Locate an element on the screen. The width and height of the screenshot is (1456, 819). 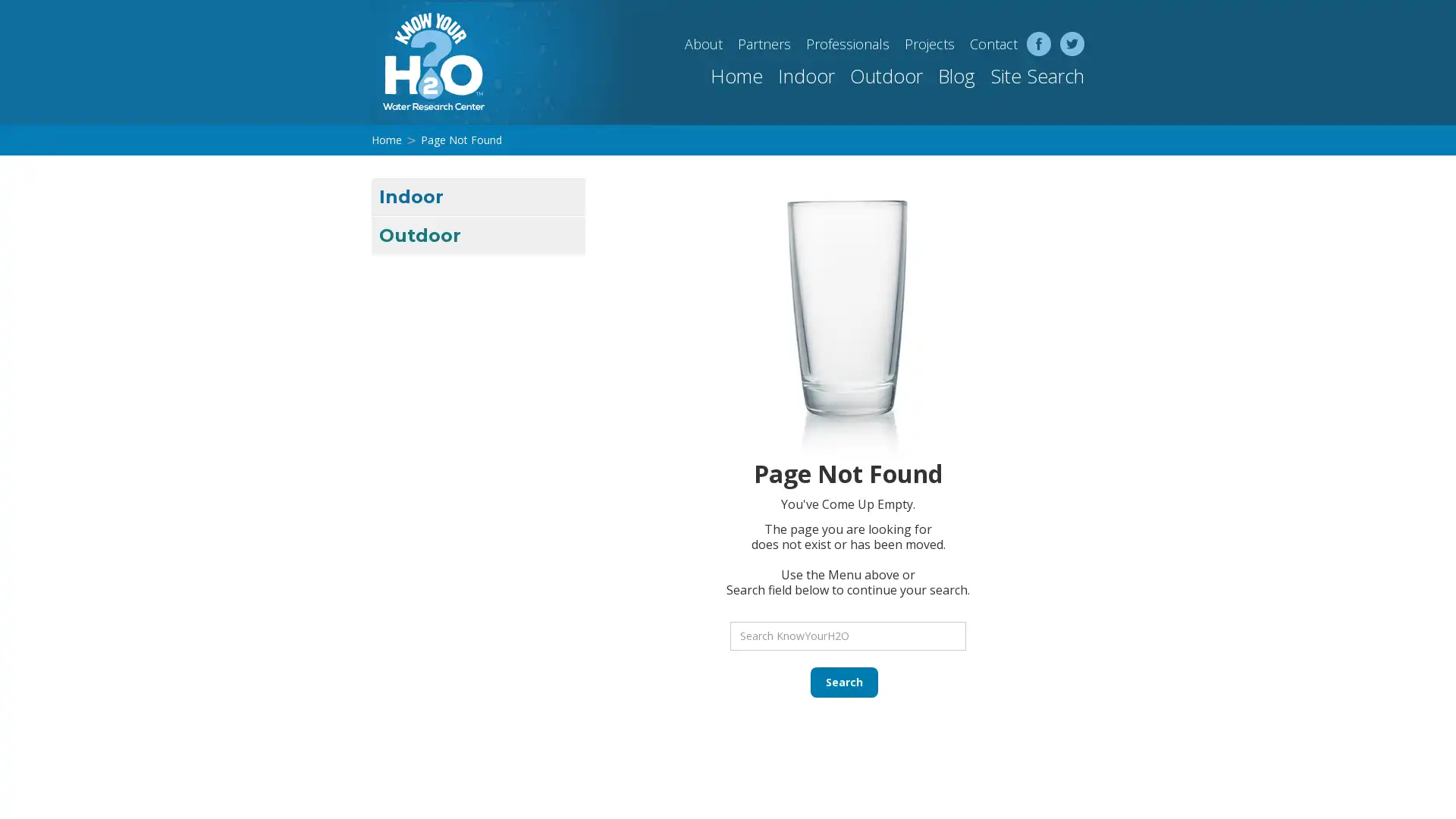
Search is located at coordinates (843, 680).